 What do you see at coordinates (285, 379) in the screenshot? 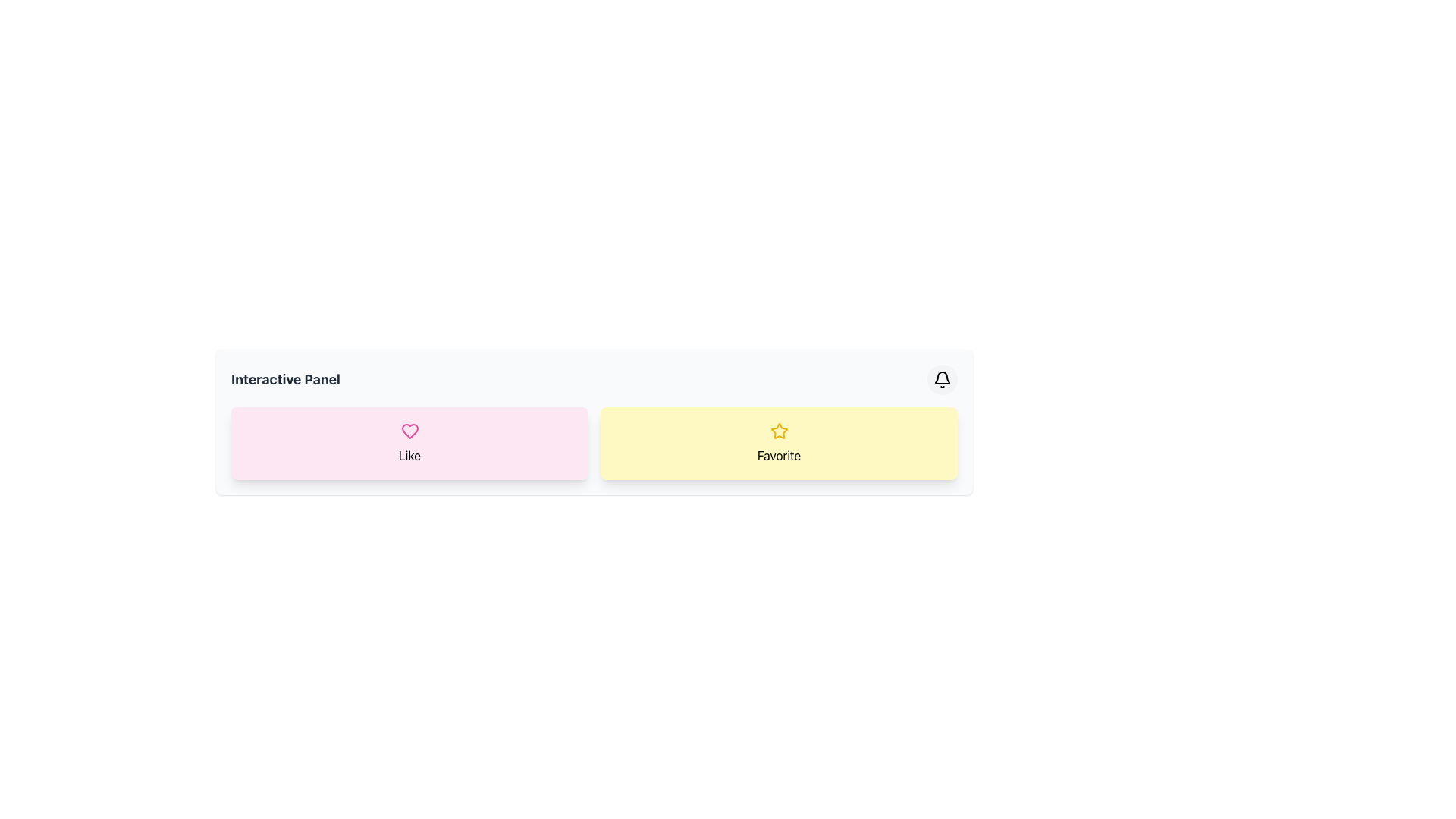
I see `text from the 'Interactive Panel' text label, which is styled with a bold font and dark gray color, located at the specified coordinates` at bounding box center [285, 379].